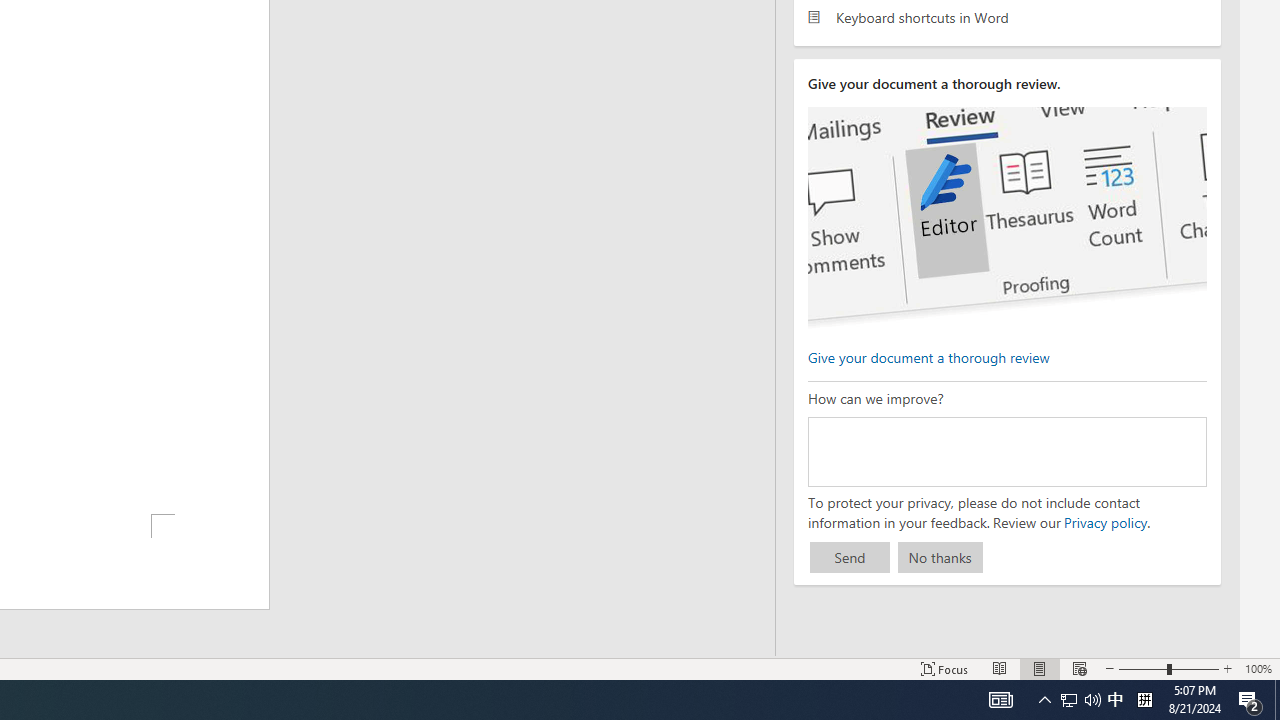 The height and width of the screenshot is (720, 1280). Describe the element at coordinates (1007, 17) in the screenshot. I see `'Keyboard shortcuts in Word'` at that location.